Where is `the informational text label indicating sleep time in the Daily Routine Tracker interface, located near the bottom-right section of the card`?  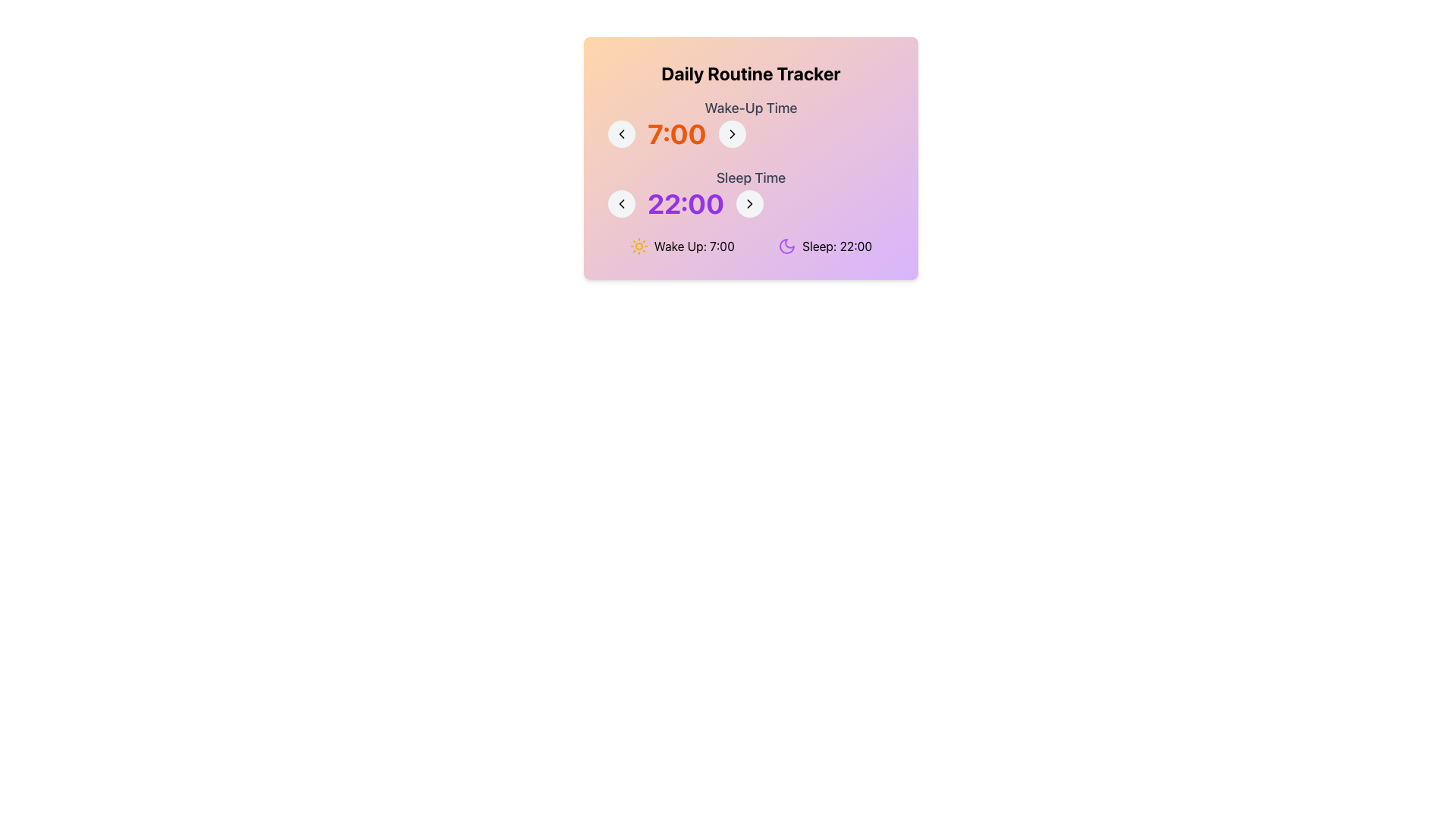
the informational text label indicating sleep time in the Daily Routine Tracker interface, located near the bottom-right section of the card is located at coordinates (836, 245).